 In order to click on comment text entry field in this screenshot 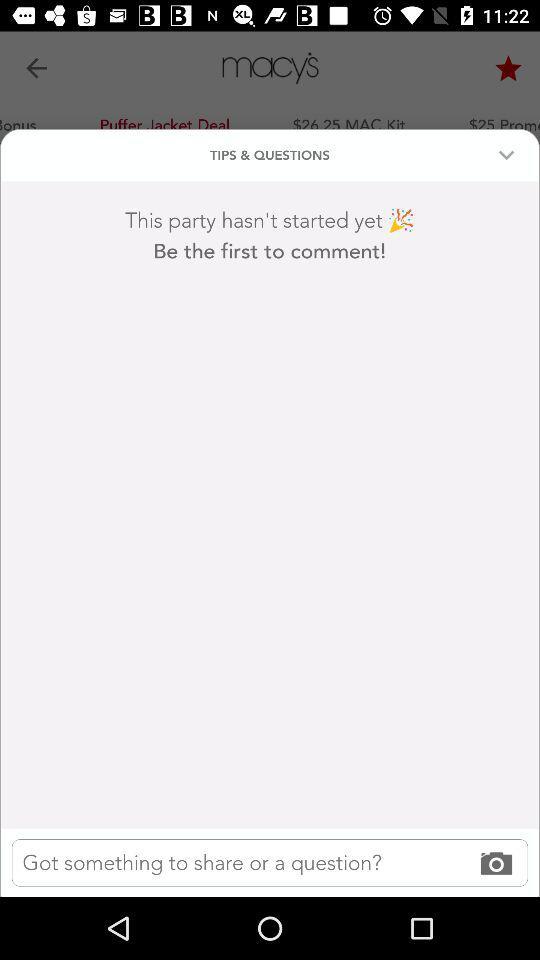, I will do `click(270, 861)`.